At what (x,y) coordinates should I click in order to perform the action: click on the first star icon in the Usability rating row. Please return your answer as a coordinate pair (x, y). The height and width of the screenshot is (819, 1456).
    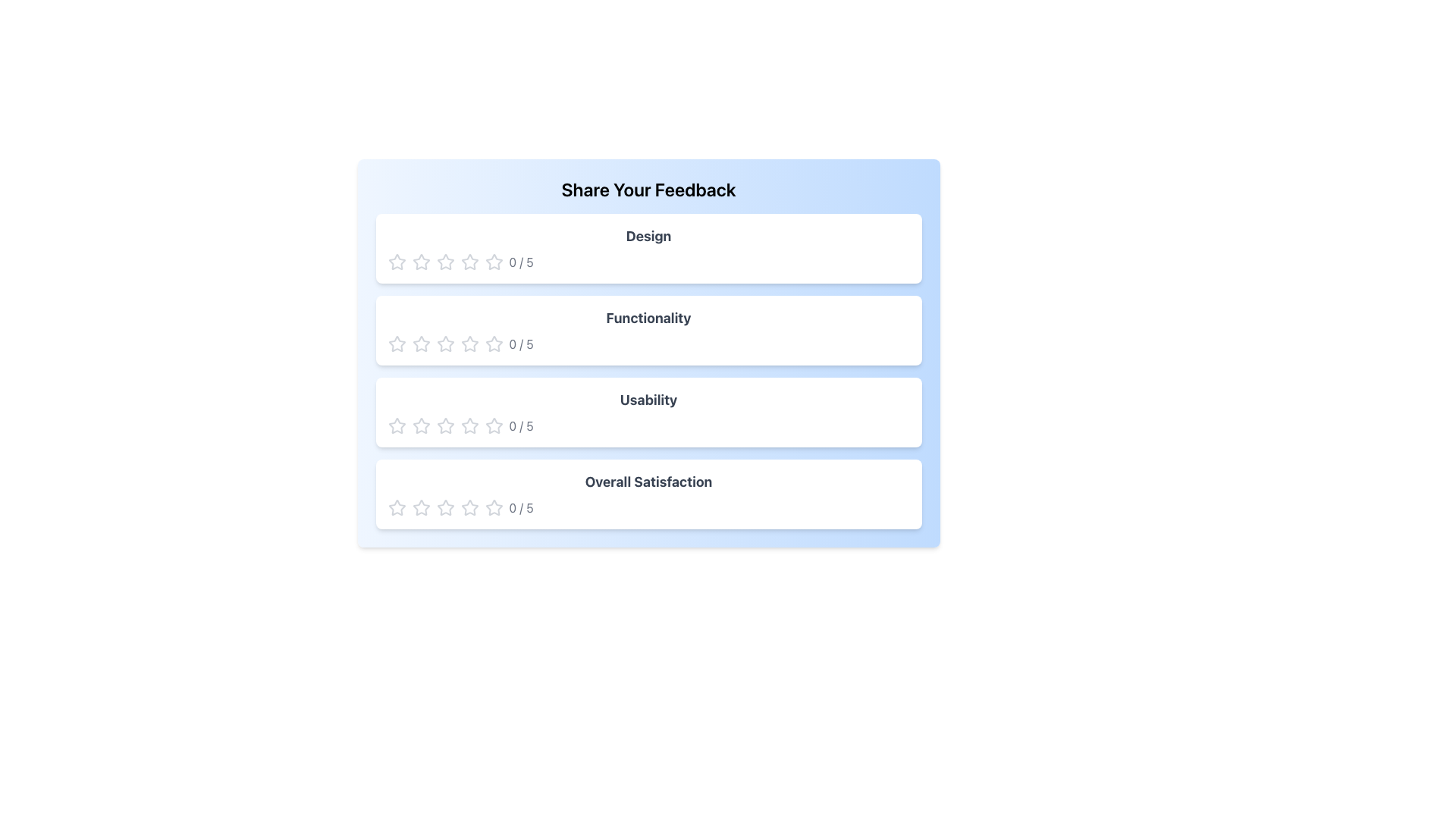
    Looking at the image, I should click on (421, 425).